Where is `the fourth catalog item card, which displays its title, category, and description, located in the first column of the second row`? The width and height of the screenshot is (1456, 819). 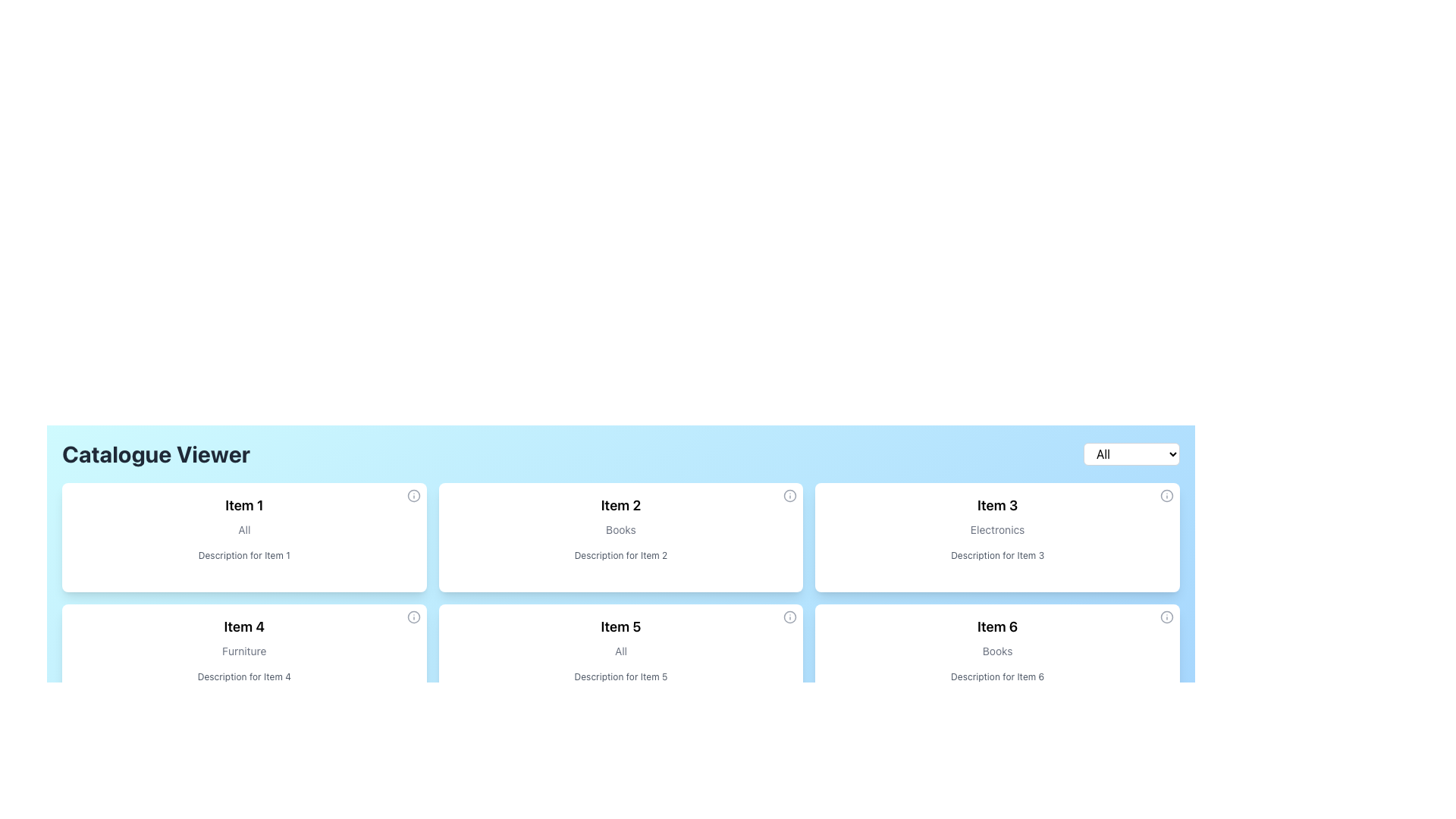
the fourth catalog item card, which displays its title, category, and description, located in the first column of the second row is located at coordinates (244, 657).